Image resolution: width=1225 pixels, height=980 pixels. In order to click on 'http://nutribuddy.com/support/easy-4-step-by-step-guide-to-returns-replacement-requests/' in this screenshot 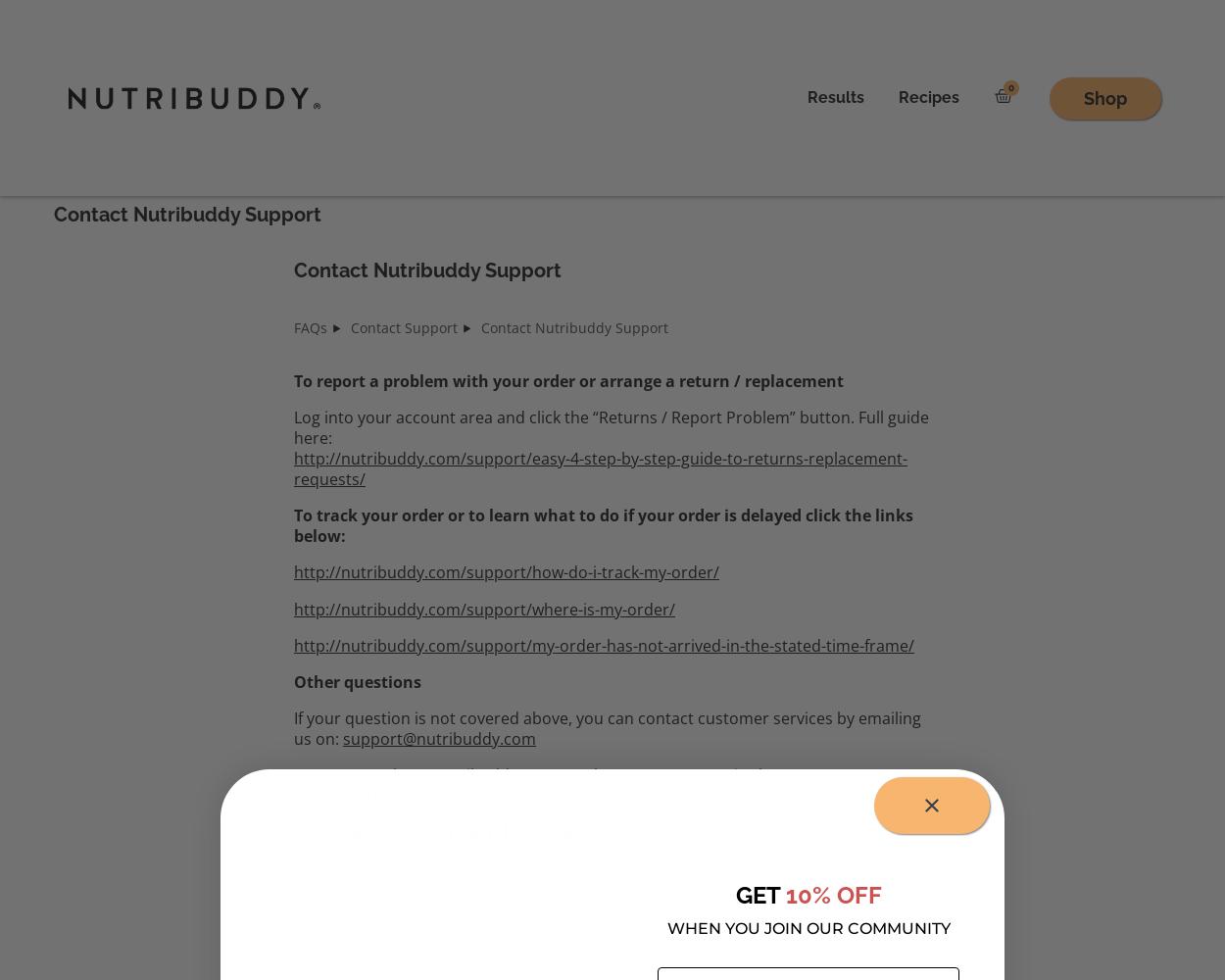, I will do `click(600, 466)`.